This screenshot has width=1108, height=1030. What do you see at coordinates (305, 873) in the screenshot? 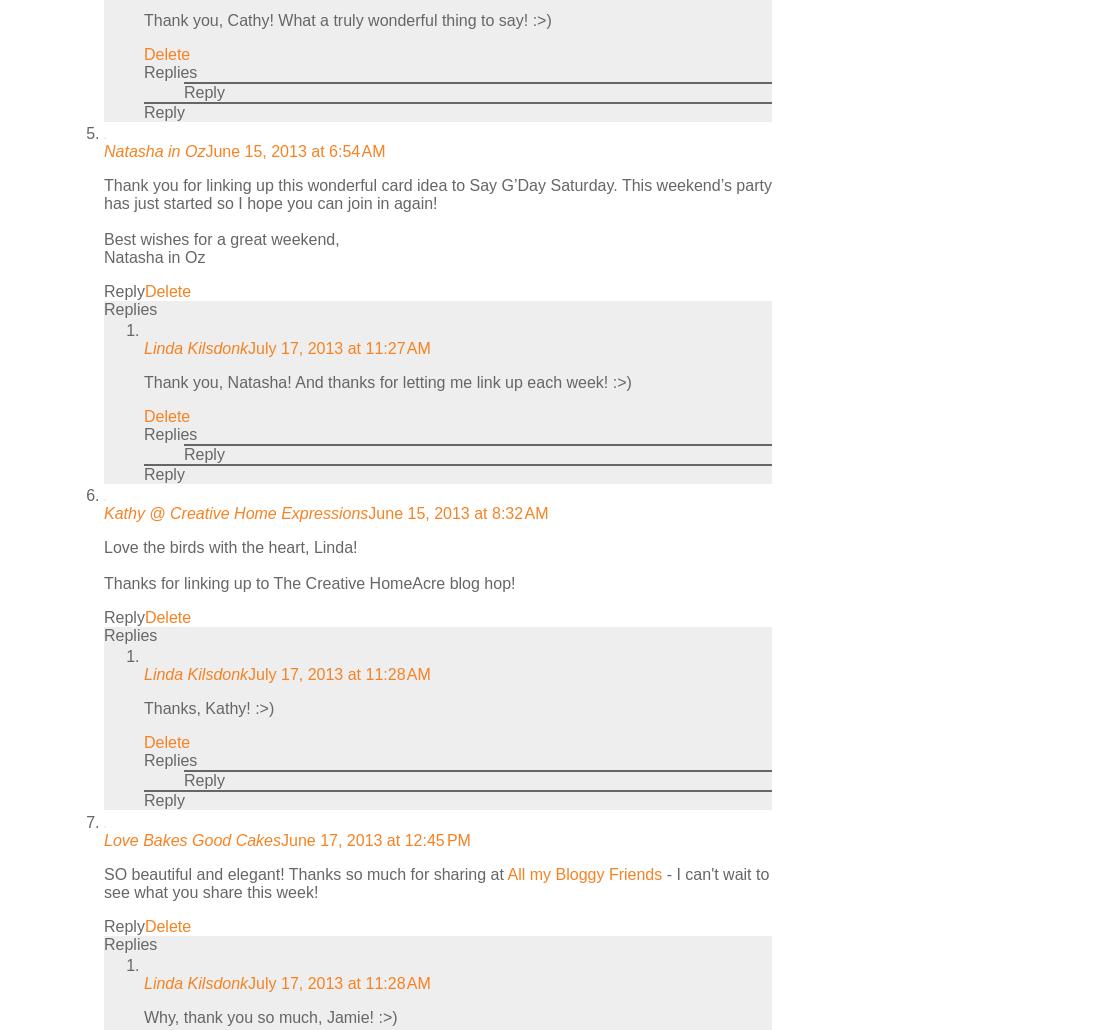
I see `'SO beautiful and elegant! Thanks so much for sharing at'` at bounding box center [305, 873].